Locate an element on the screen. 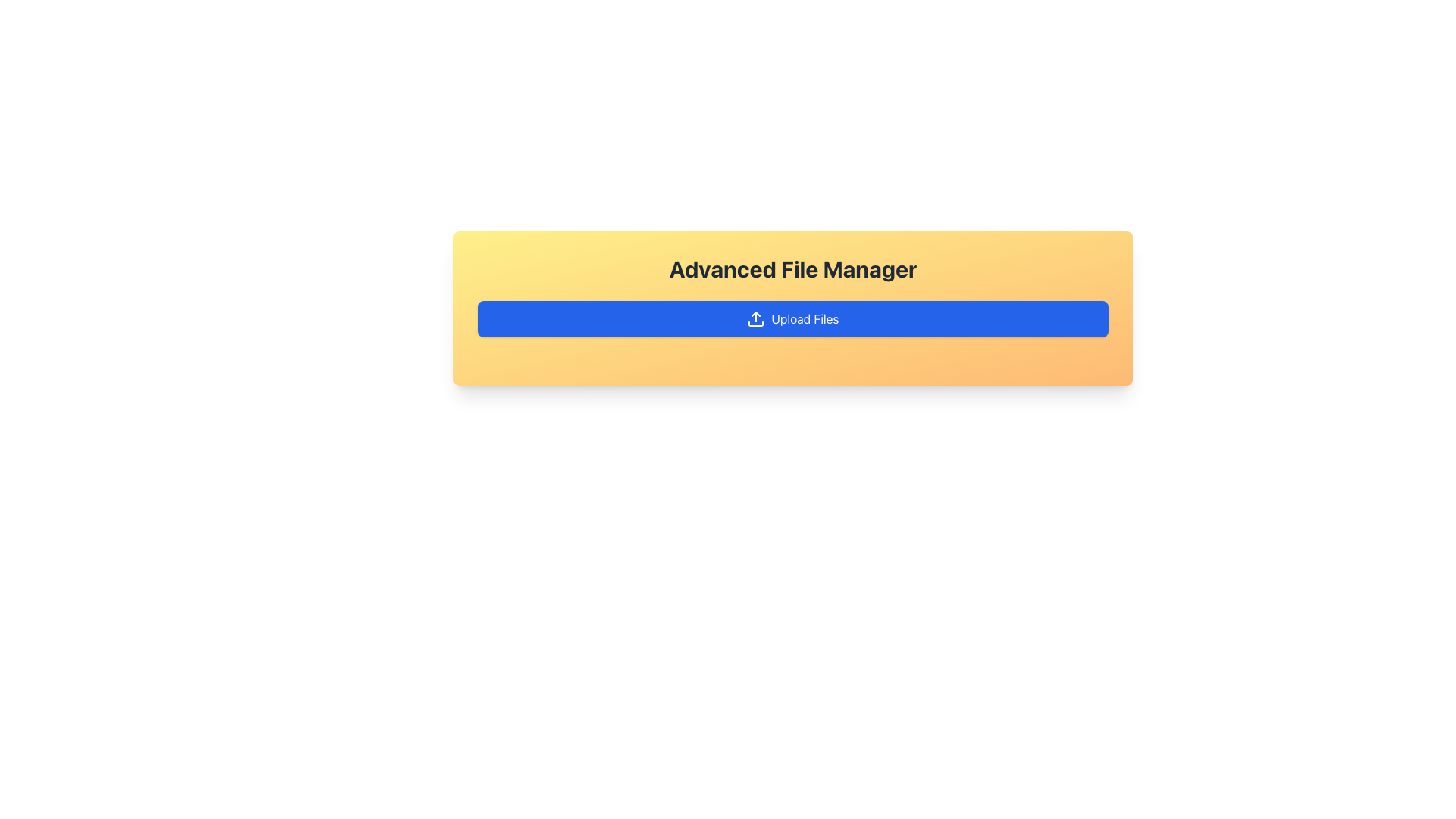 Image resolution: width=1456 pixels, height=819 pixels. the 'Upload' button located below the title in the 'Advanced File Manager' card is located at coordinates (792, 318).